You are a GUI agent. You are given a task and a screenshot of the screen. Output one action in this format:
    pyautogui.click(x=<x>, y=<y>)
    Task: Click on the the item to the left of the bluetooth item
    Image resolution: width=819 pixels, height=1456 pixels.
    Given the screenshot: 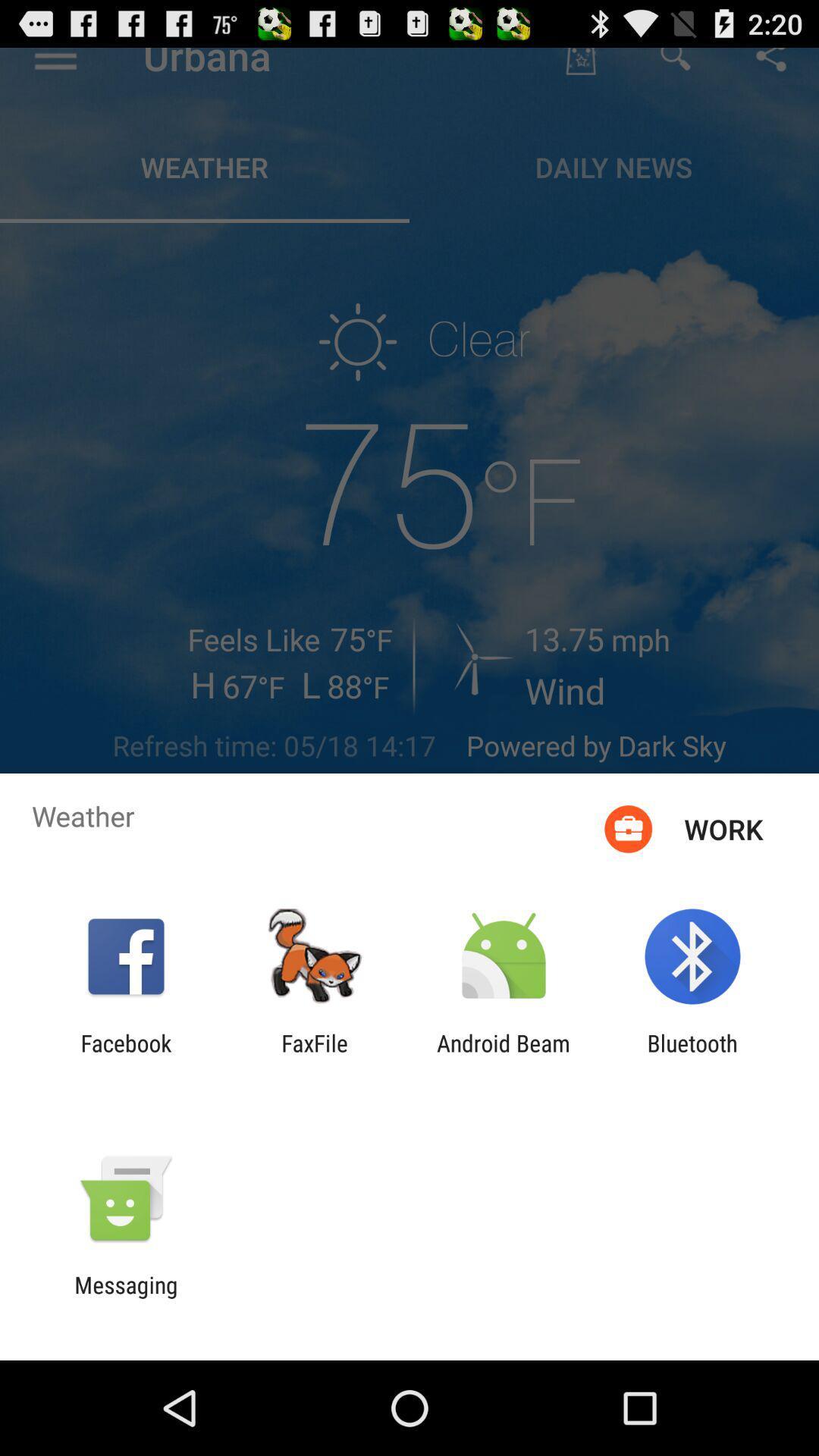 What is the action you would take?
    pyautogui.click(x=504, y=1056)
    